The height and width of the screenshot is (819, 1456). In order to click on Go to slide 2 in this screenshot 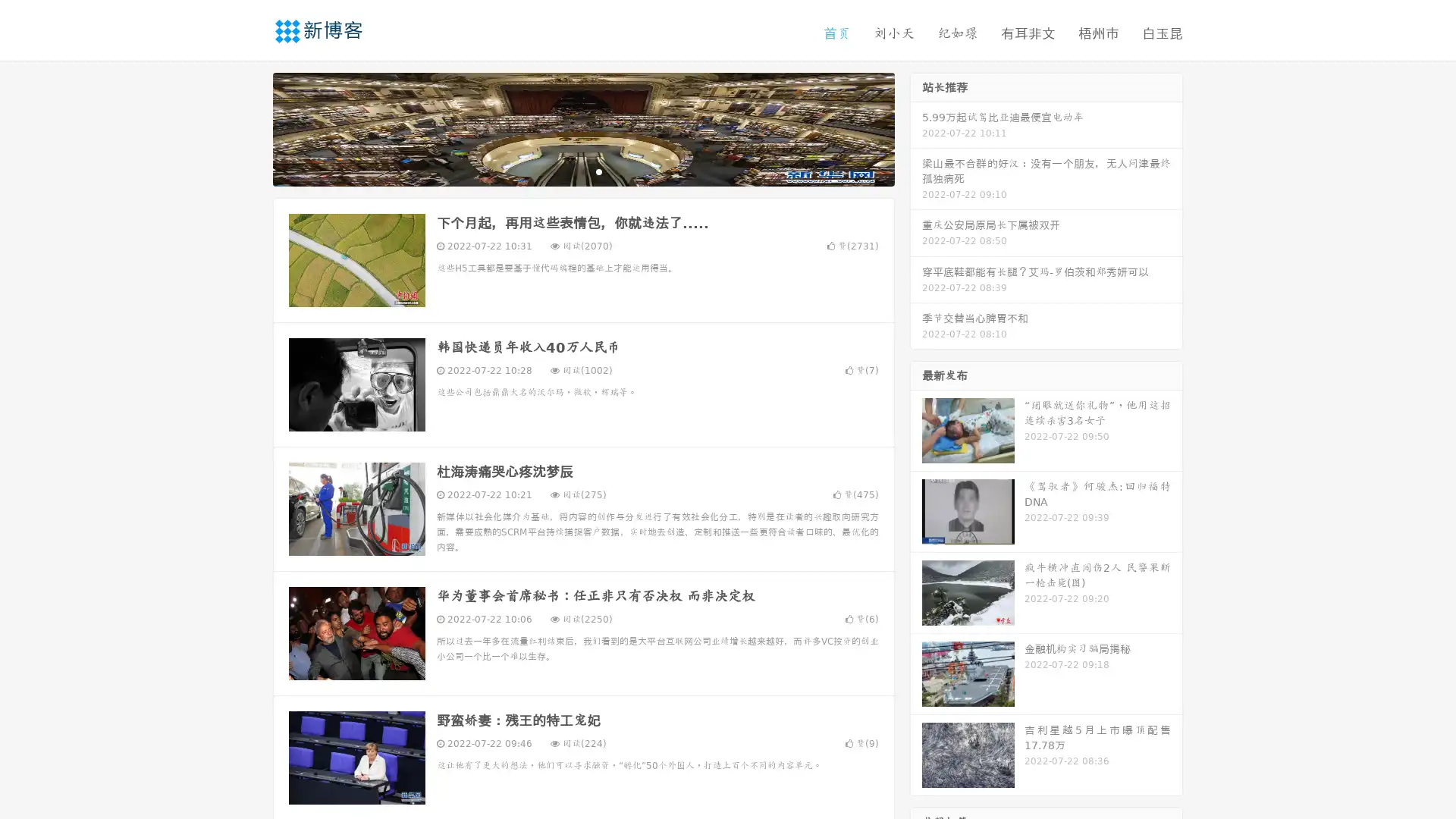, I will do `click(582, 171)`.